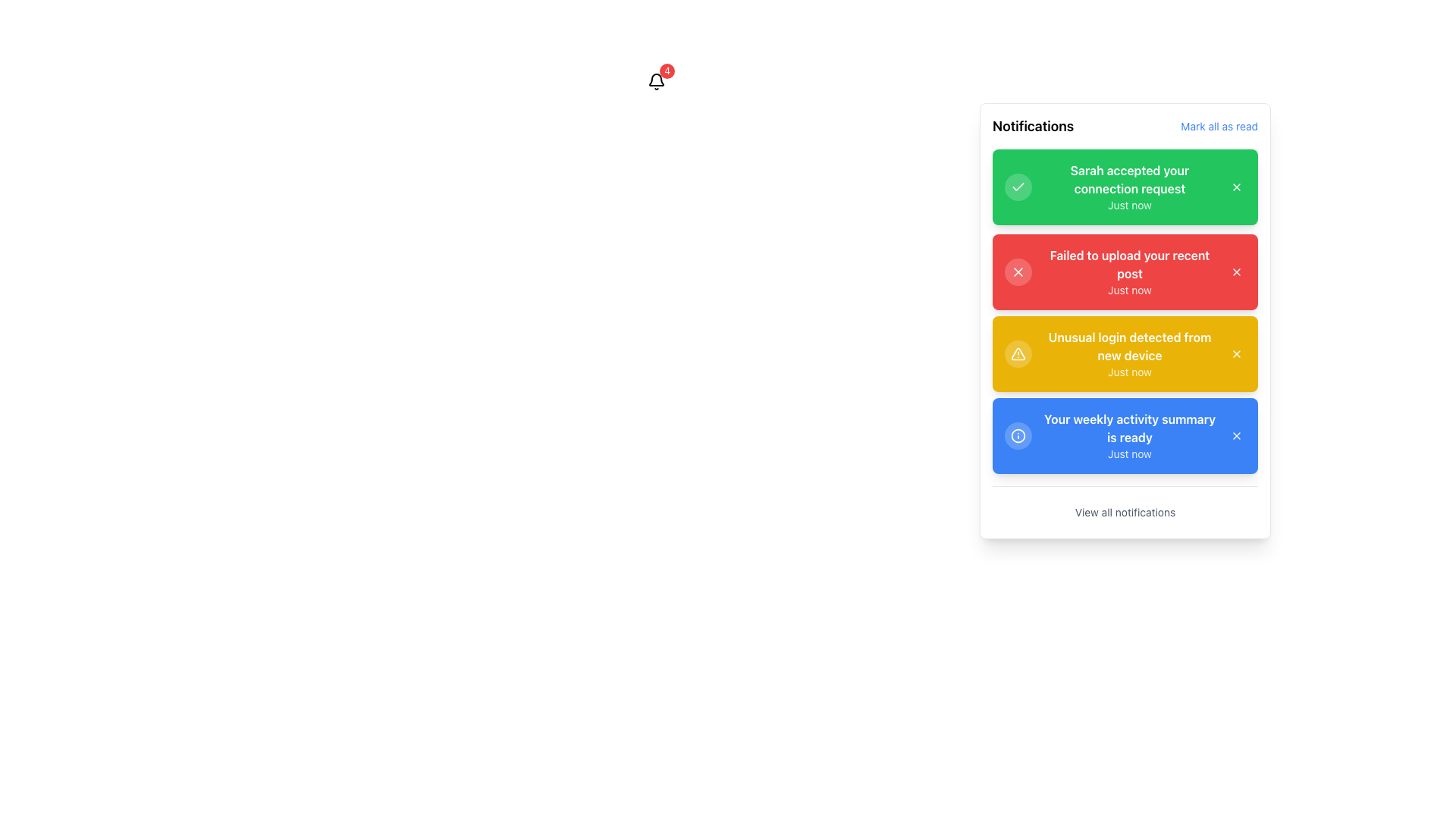 Image resolution: width=1456 pixels, height=819 pixels. Describe the element at coordinates (1129, 372) in the screenshot. I see `time indication displayed as 'Just now' in a small font on a yellow background, located underneath the main message 'Unusual login detected from new device'` at that location.